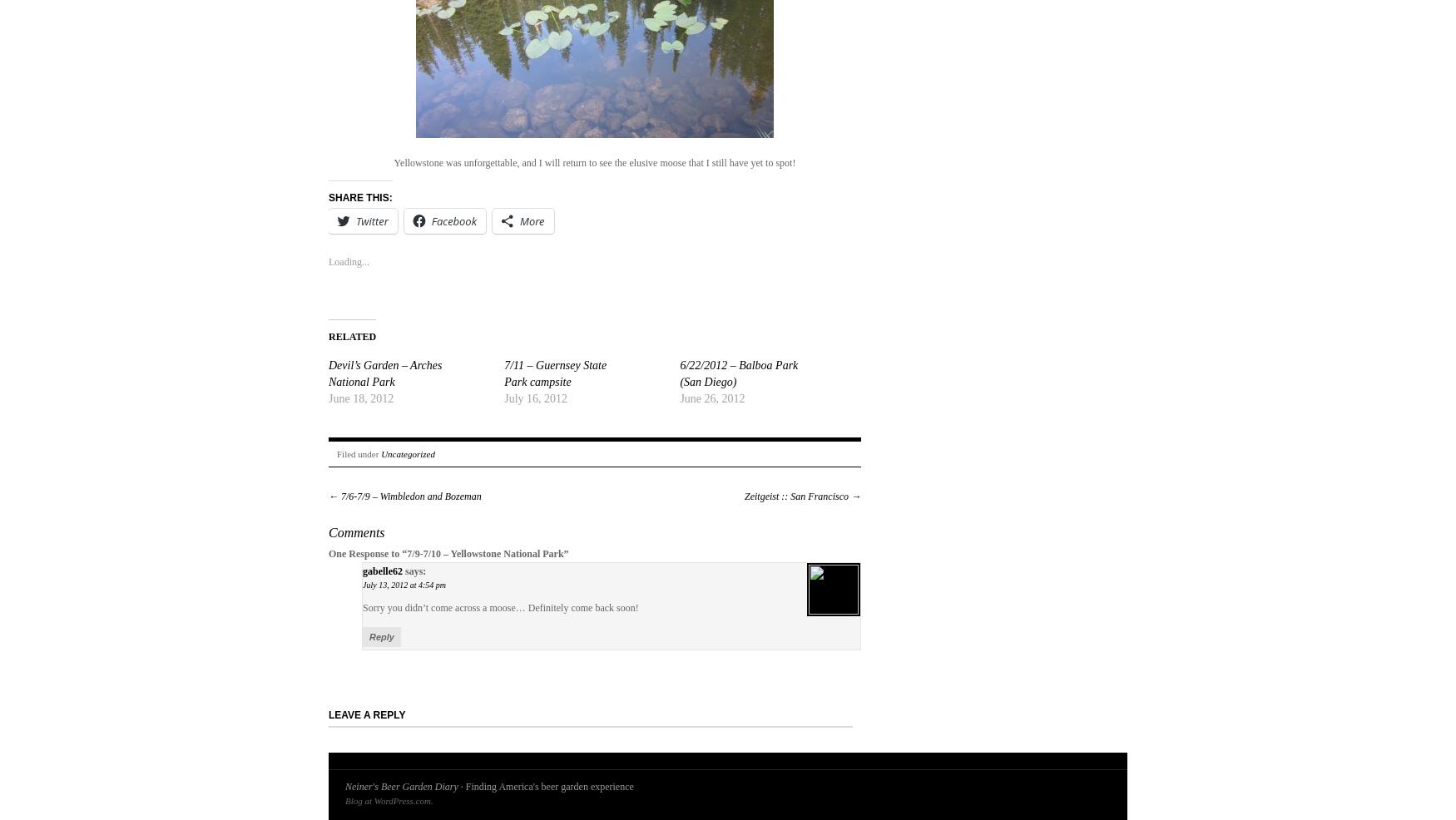 Image resolution: width=1456 pixels, height=820 pixels. Describe the element at coordinates (383, 571) in the screenshot. I see `'gabelle62'` at that location.